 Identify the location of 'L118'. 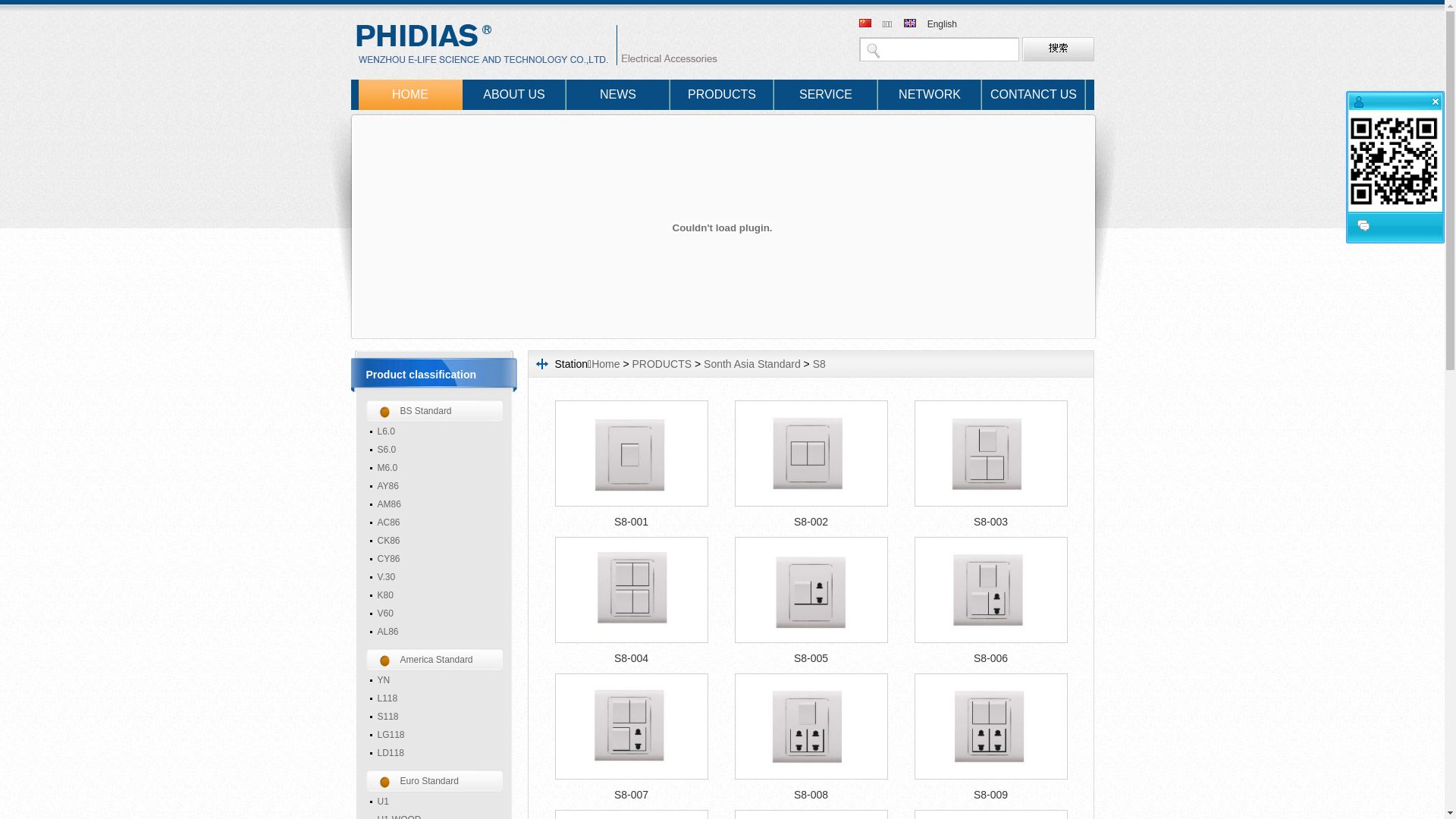
(435, 698).